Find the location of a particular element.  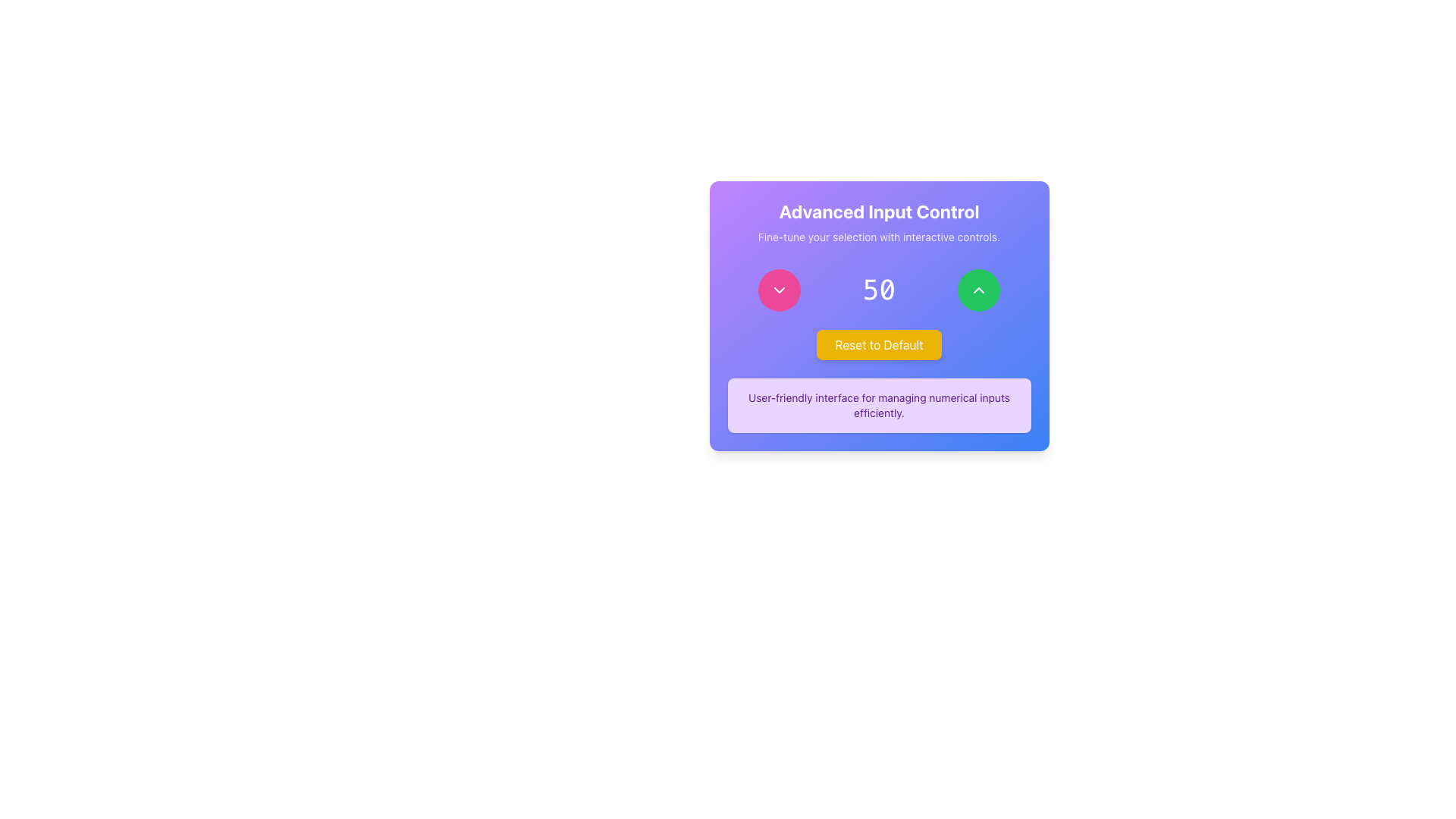

the button located to the right of the number '50' is located at coordinates (978, 290).